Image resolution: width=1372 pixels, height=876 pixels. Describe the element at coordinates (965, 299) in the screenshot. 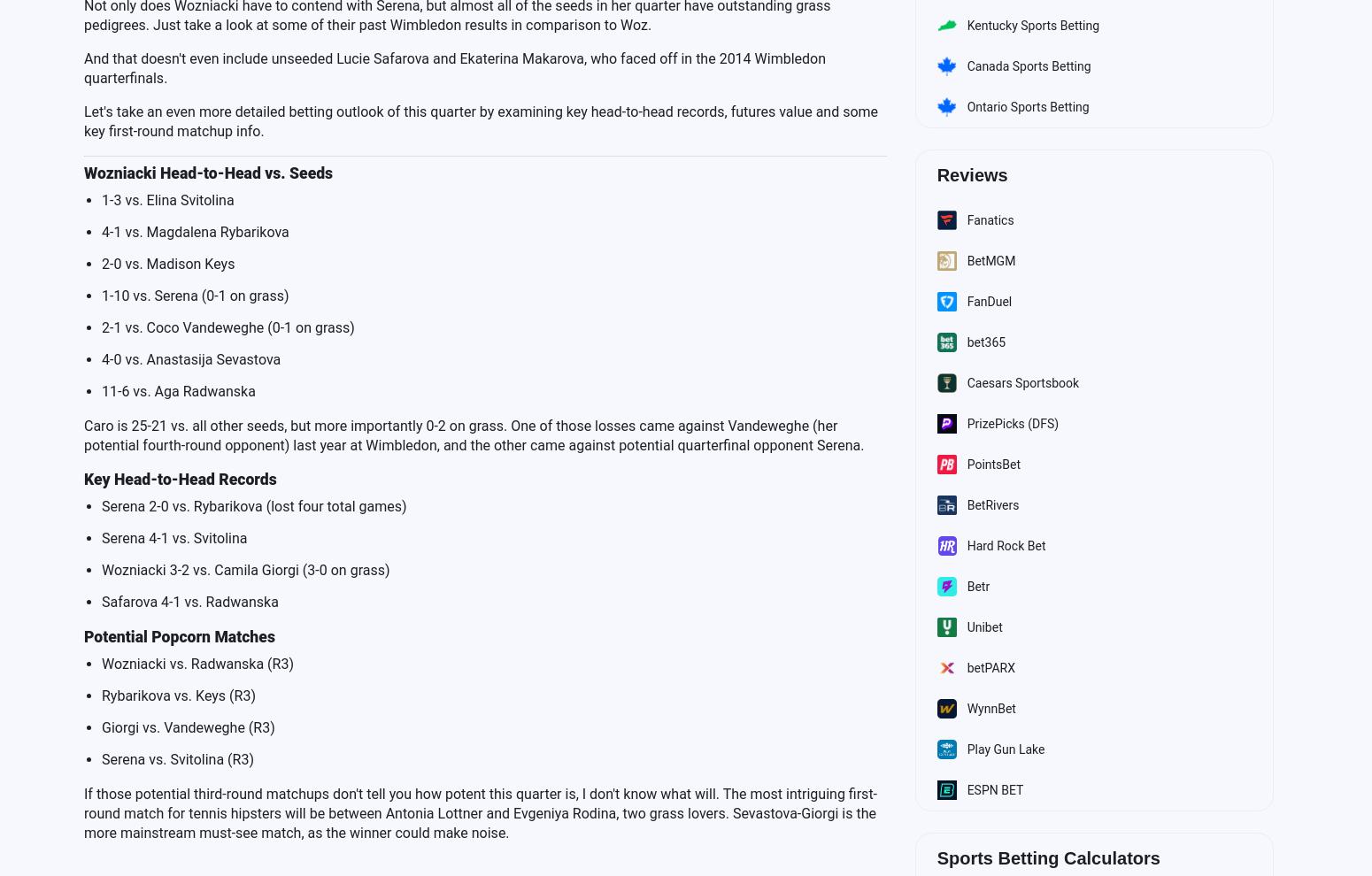

I see `'FanDuel'` at that location.